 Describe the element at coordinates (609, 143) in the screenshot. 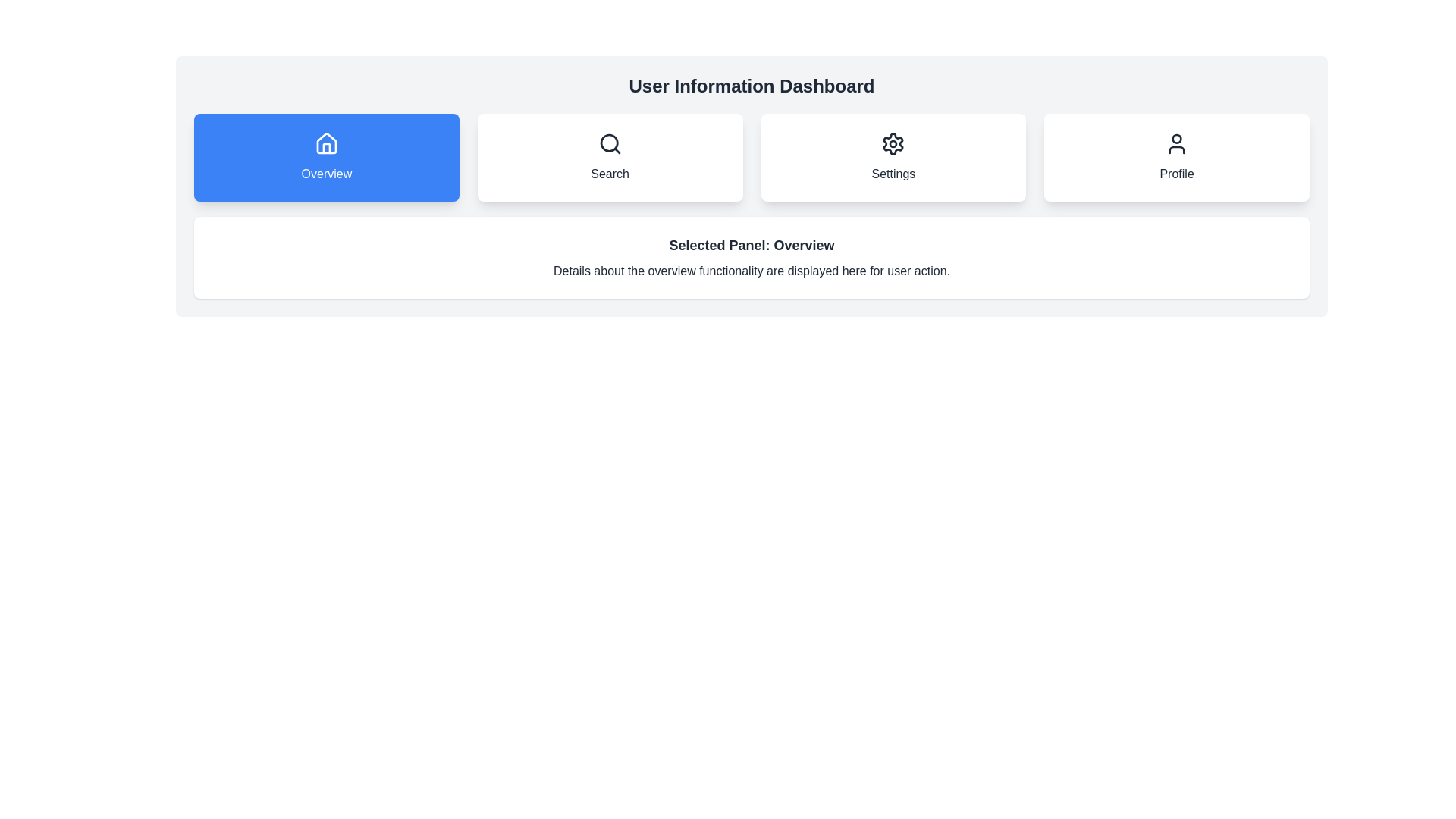

I see `the decorative SVG circle element of the magnifying glass icon, which indicates the search functionality within the search button located at the top center of the UI` at that location.